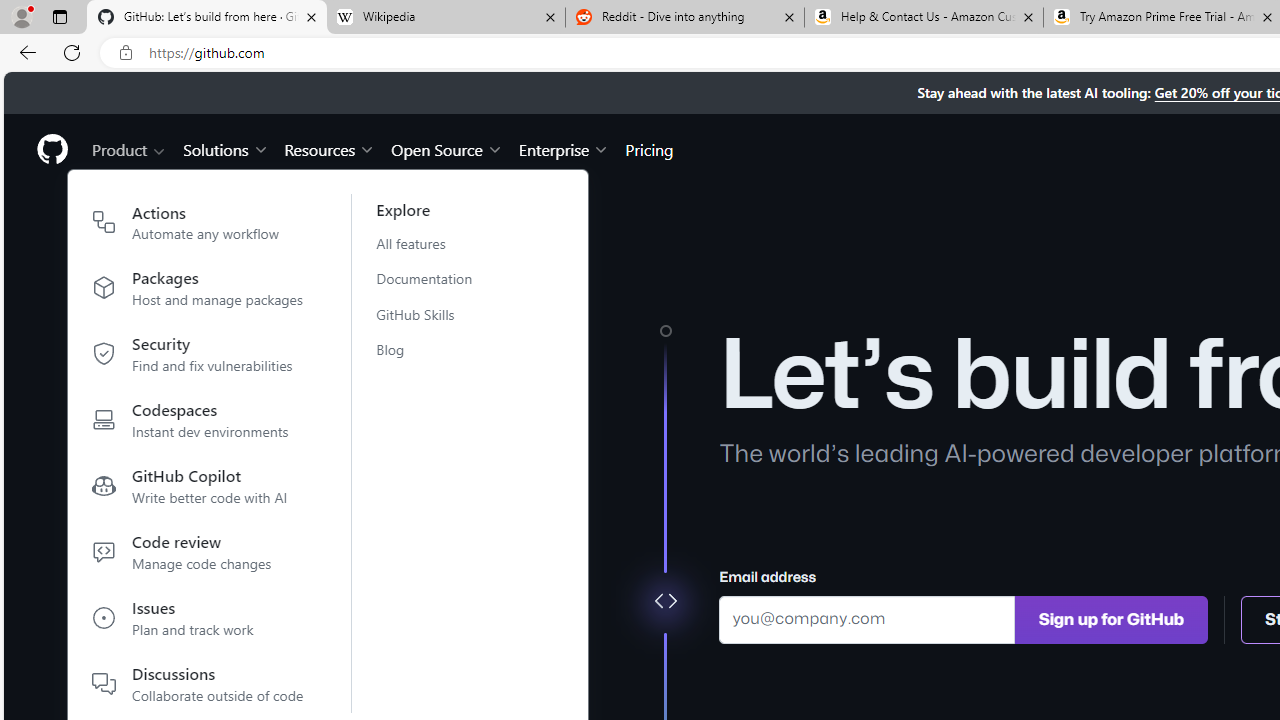 This screenshot has width=1280, height=720. Describe the element at coordinates (330, 148) in the screenshot. I see `'Resources'` at that location.